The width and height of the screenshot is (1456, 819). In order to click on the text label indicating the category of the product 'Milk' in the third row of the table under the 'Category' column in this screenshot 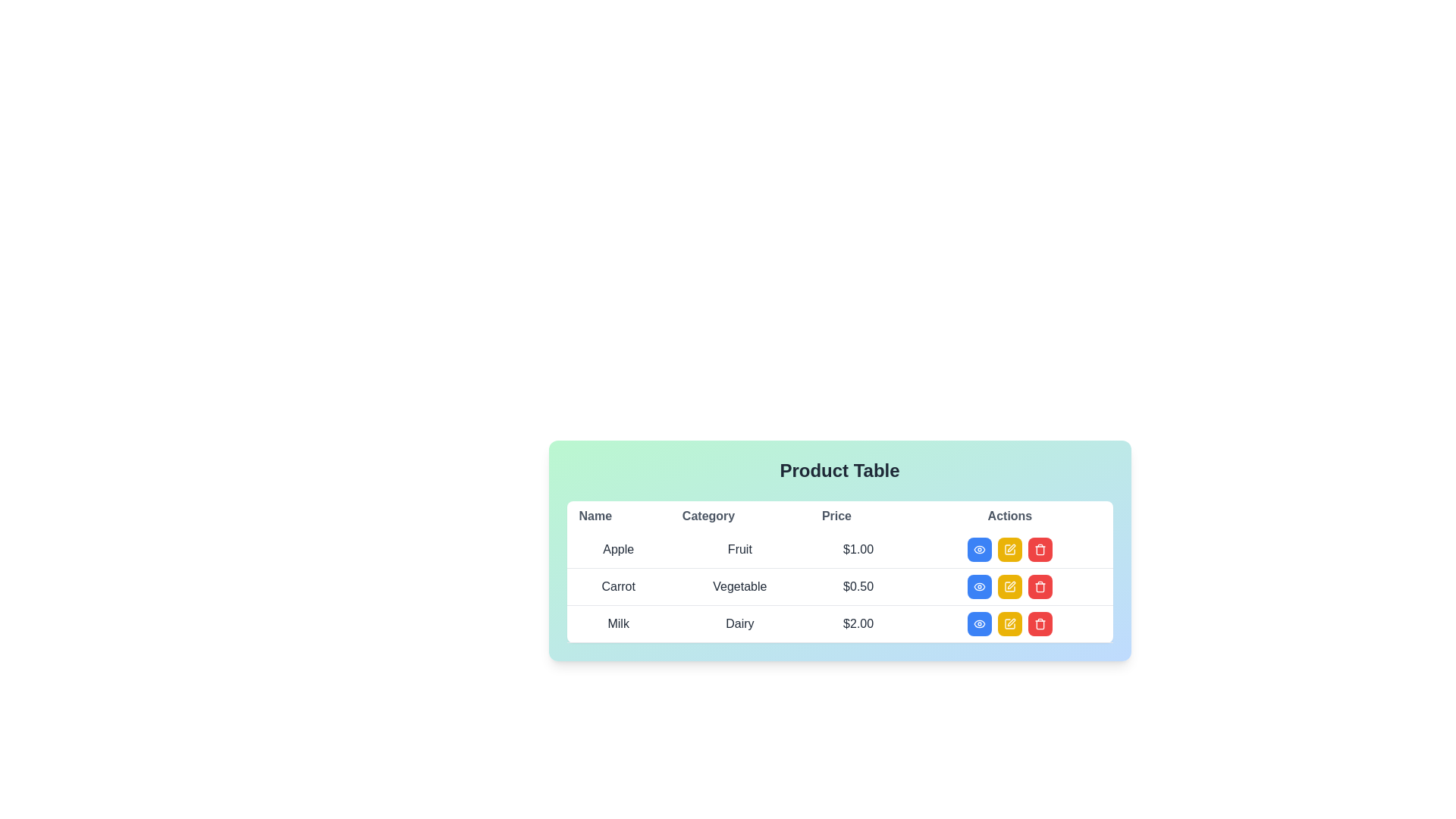, I will do `click(739, 623)`.